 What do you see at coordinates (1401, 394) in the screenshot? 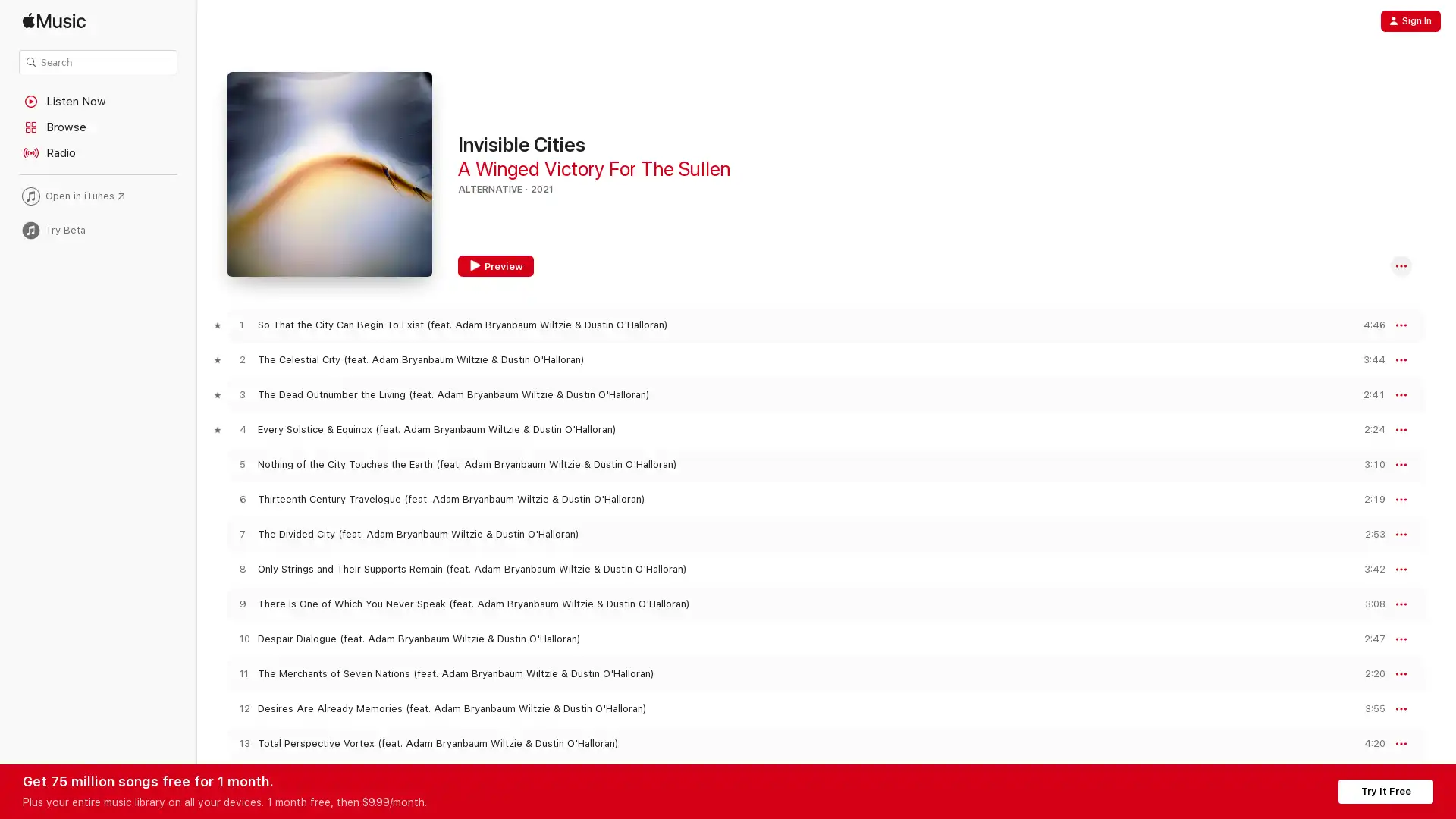
I see `More` at bounding box center [1401, 394].